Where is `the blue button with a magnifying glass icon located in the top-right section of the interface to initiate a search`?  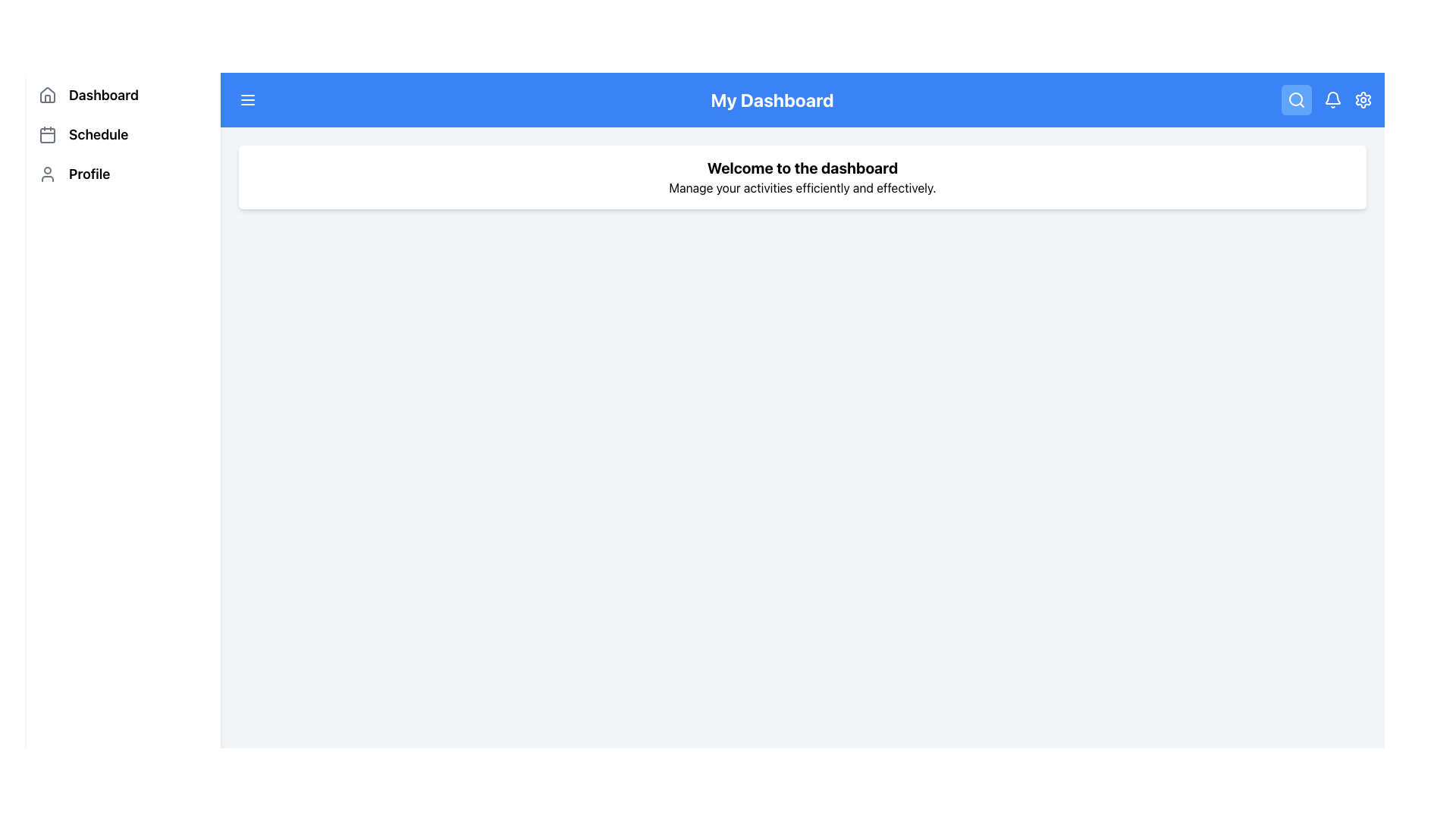
the blue button with a magnifying glass icon located in the top-right section of the interface to initiate a search is located at coordinates (1295, 99).